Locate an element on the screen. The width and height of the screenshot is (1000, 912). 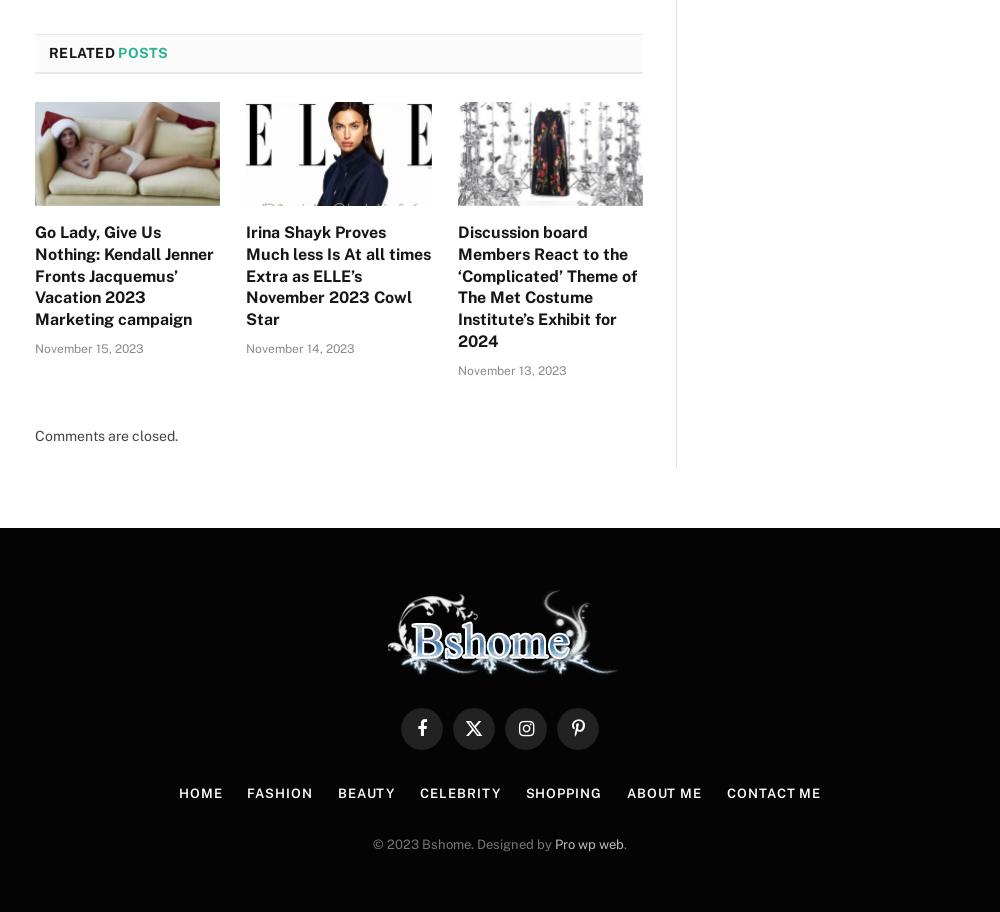
'Celebrity' is located at coordinates (459, 793).